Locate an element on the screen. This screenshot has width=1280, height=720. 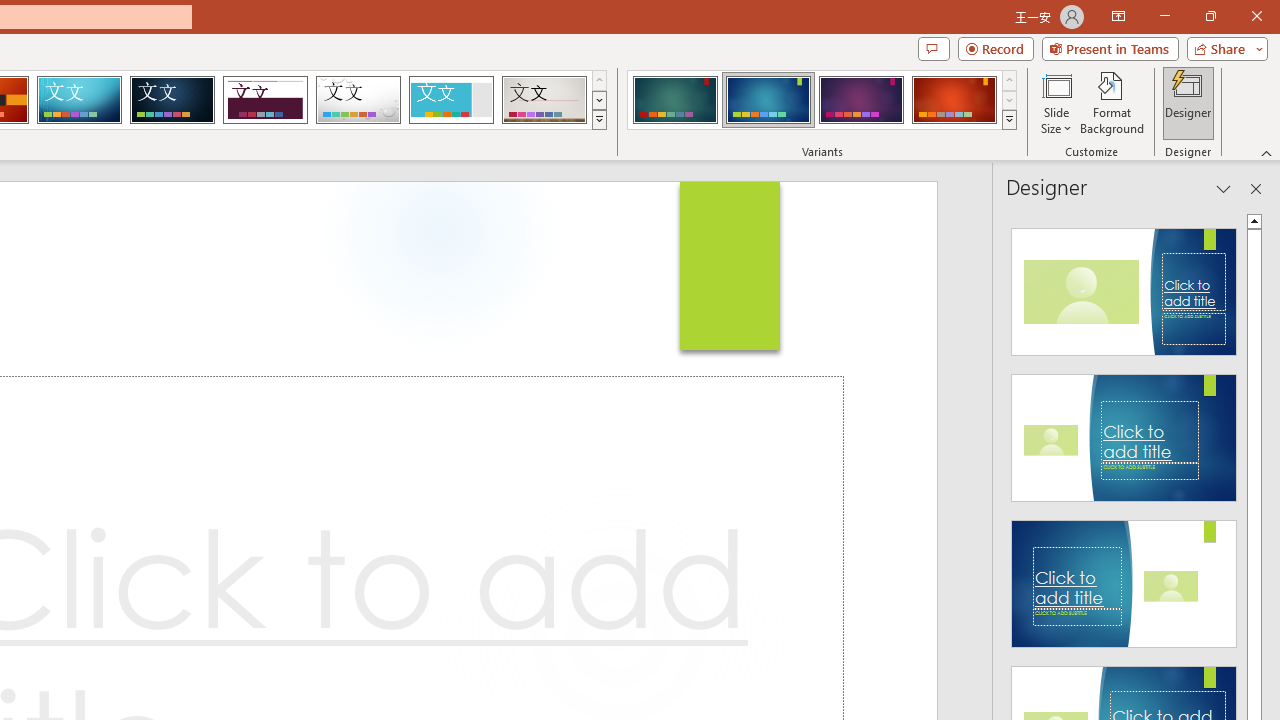
'Slide Size' is located at coordinates (1055, 103).